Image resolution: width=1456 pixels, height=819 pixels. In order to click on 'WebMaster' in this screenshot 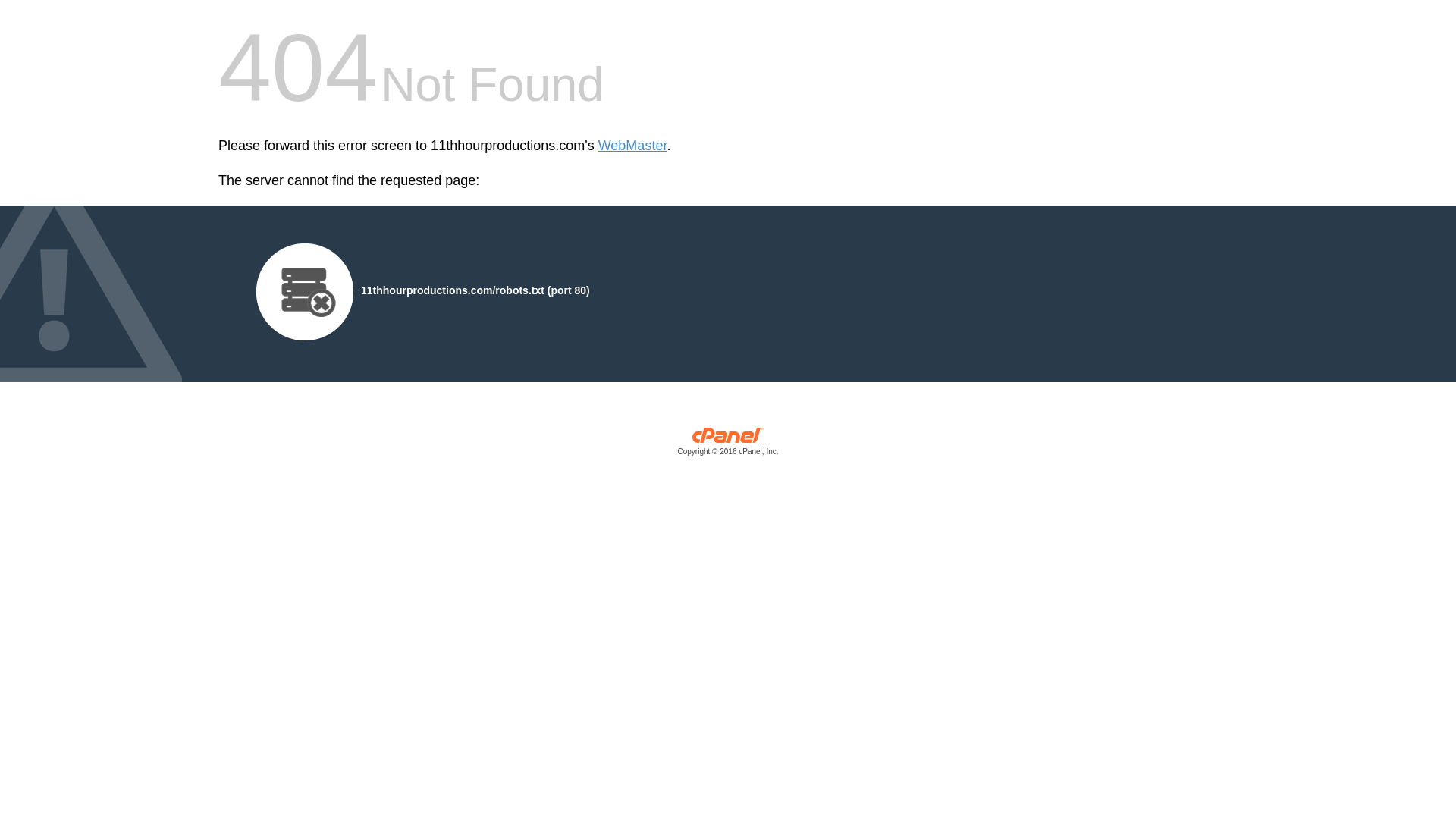, I will do `click(632, 146)`.